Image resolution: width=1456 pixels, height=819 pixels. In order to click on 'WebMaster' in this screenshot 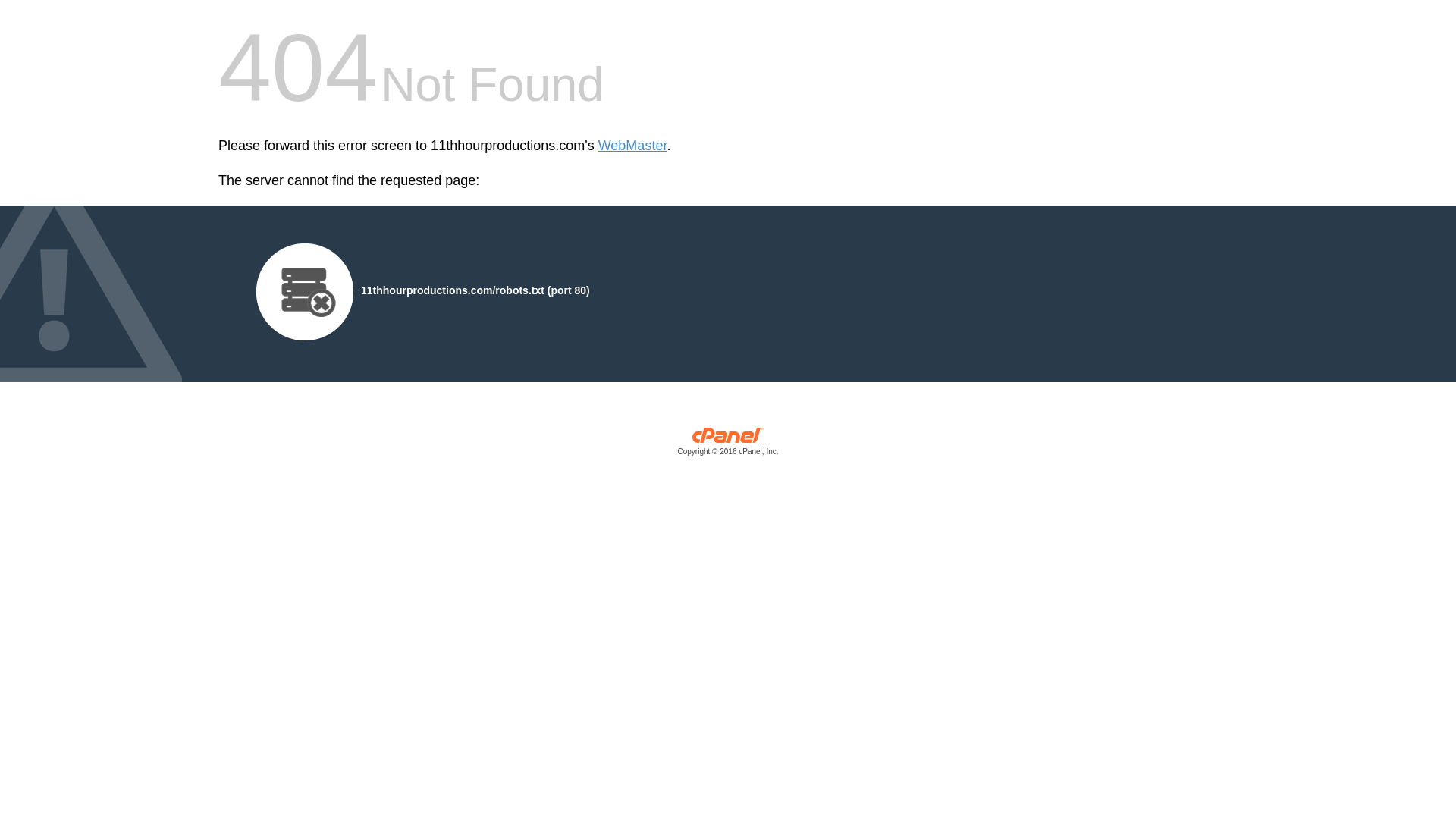, I will do `click(632, 146)`.